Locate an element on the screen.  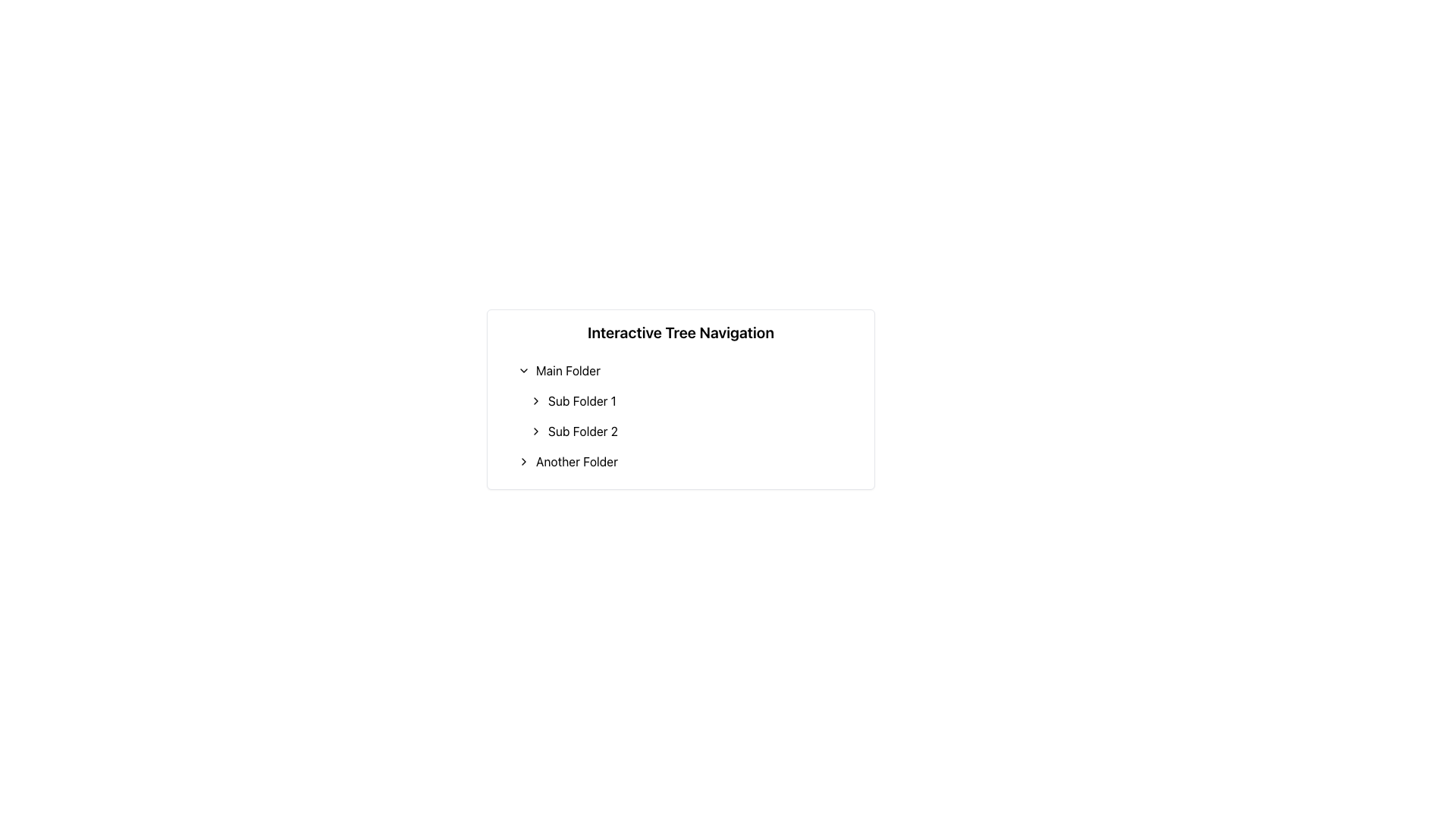
the 'Another Folder' text label in the tree navigation structure is located at coordinates (576, 461).